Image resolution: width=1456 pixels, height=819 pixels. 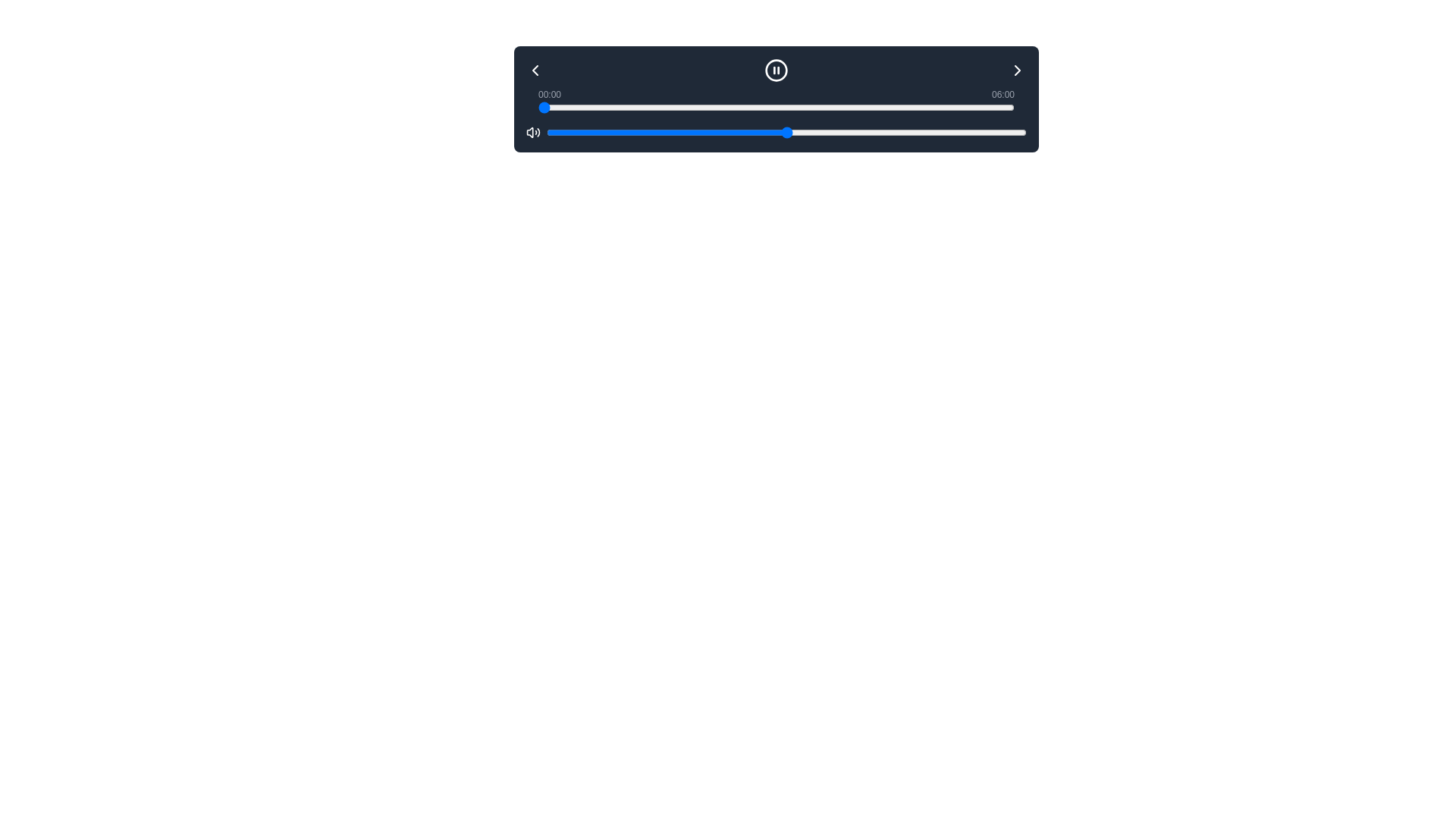 What do you see at coordinates (1018, 70) in the screenshot?
I see `the navigational arrow icon located in the upper right section of the interface` at bounding box center [1018, 70].